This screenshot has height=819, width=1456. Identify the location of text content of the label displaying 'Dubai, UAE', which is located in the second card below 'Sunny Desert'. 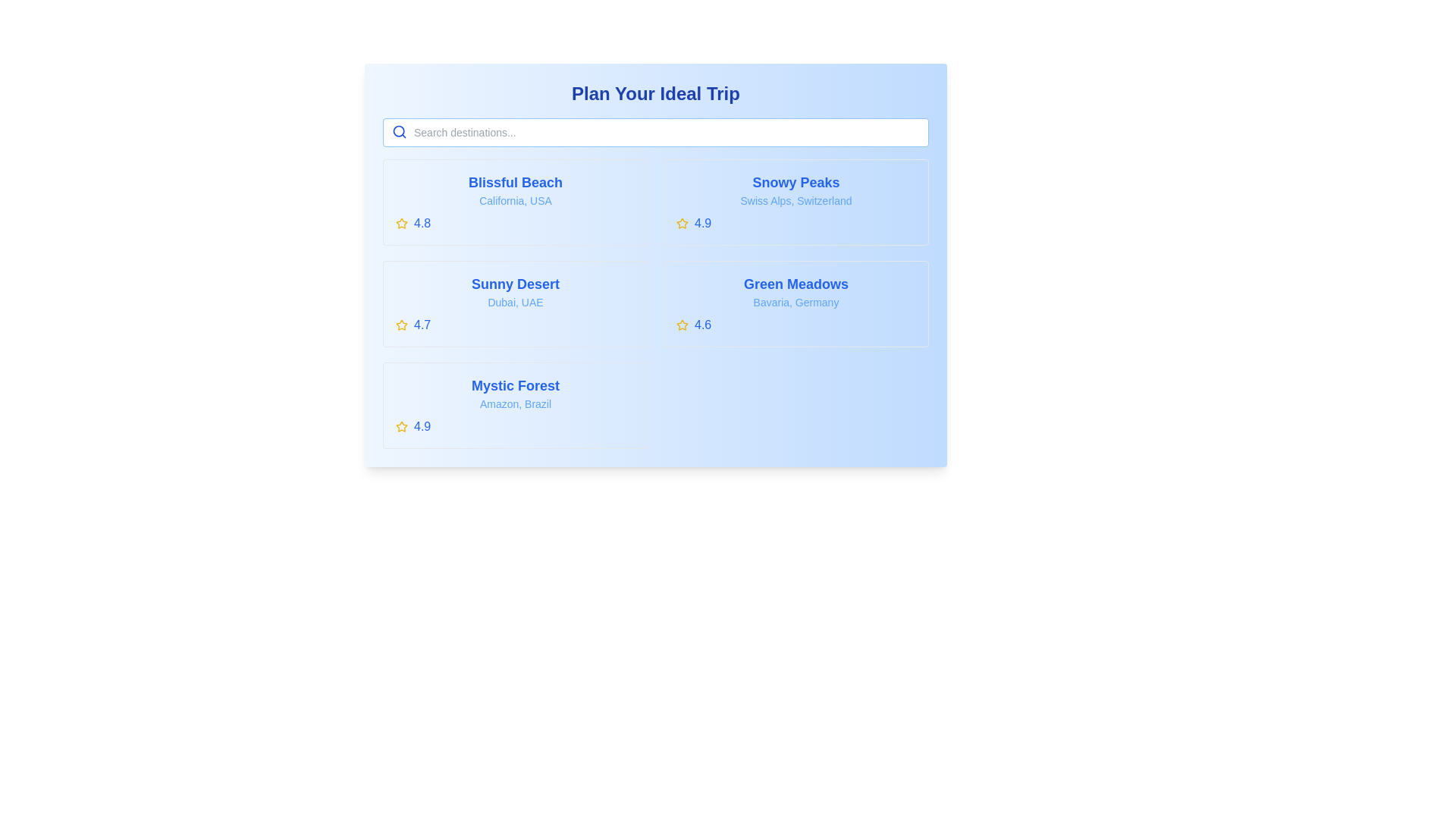
(516, 302).